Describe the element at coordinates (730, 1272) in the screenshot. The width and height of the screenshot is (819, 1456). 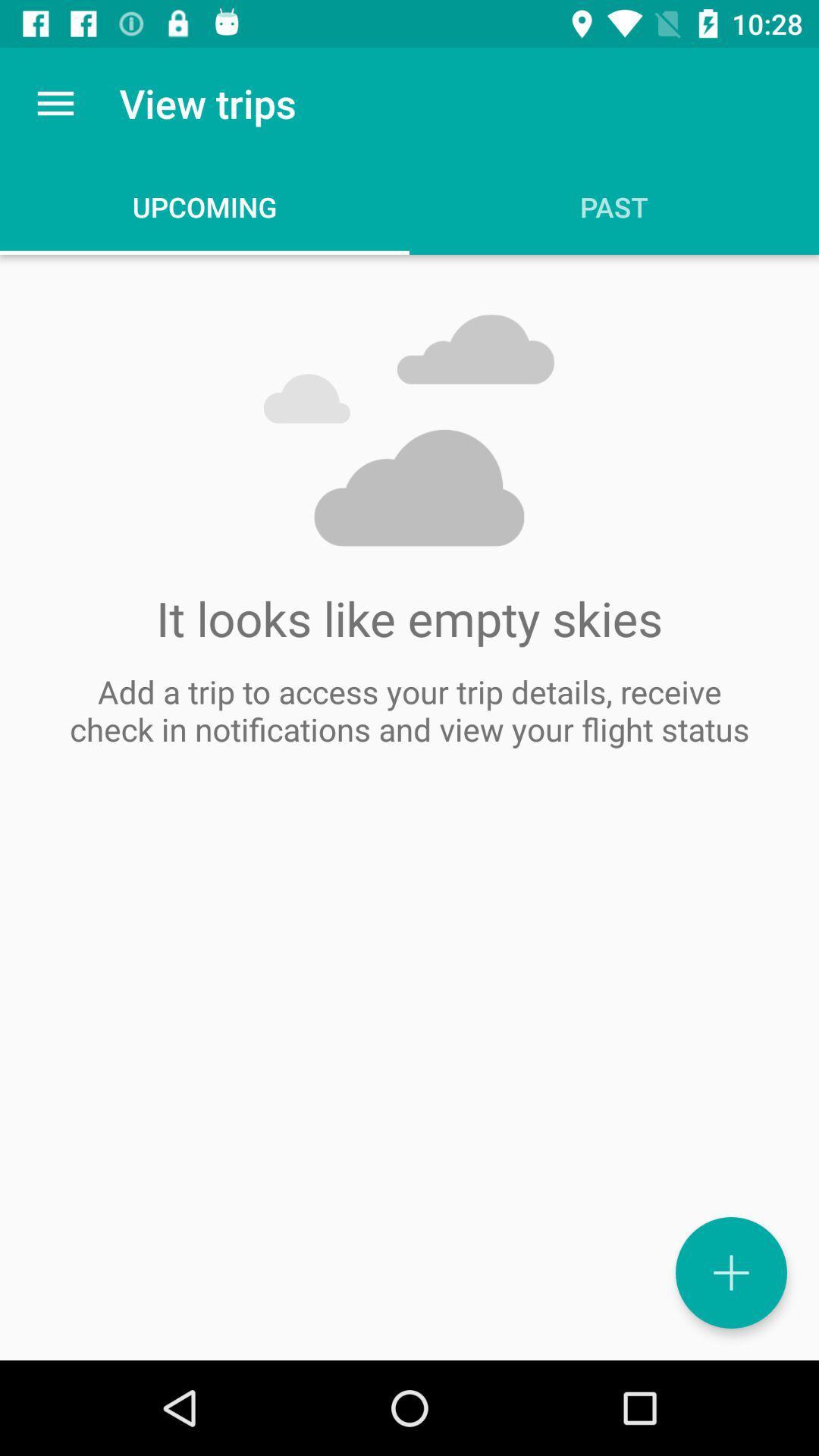
I see `the add icon` at that location.